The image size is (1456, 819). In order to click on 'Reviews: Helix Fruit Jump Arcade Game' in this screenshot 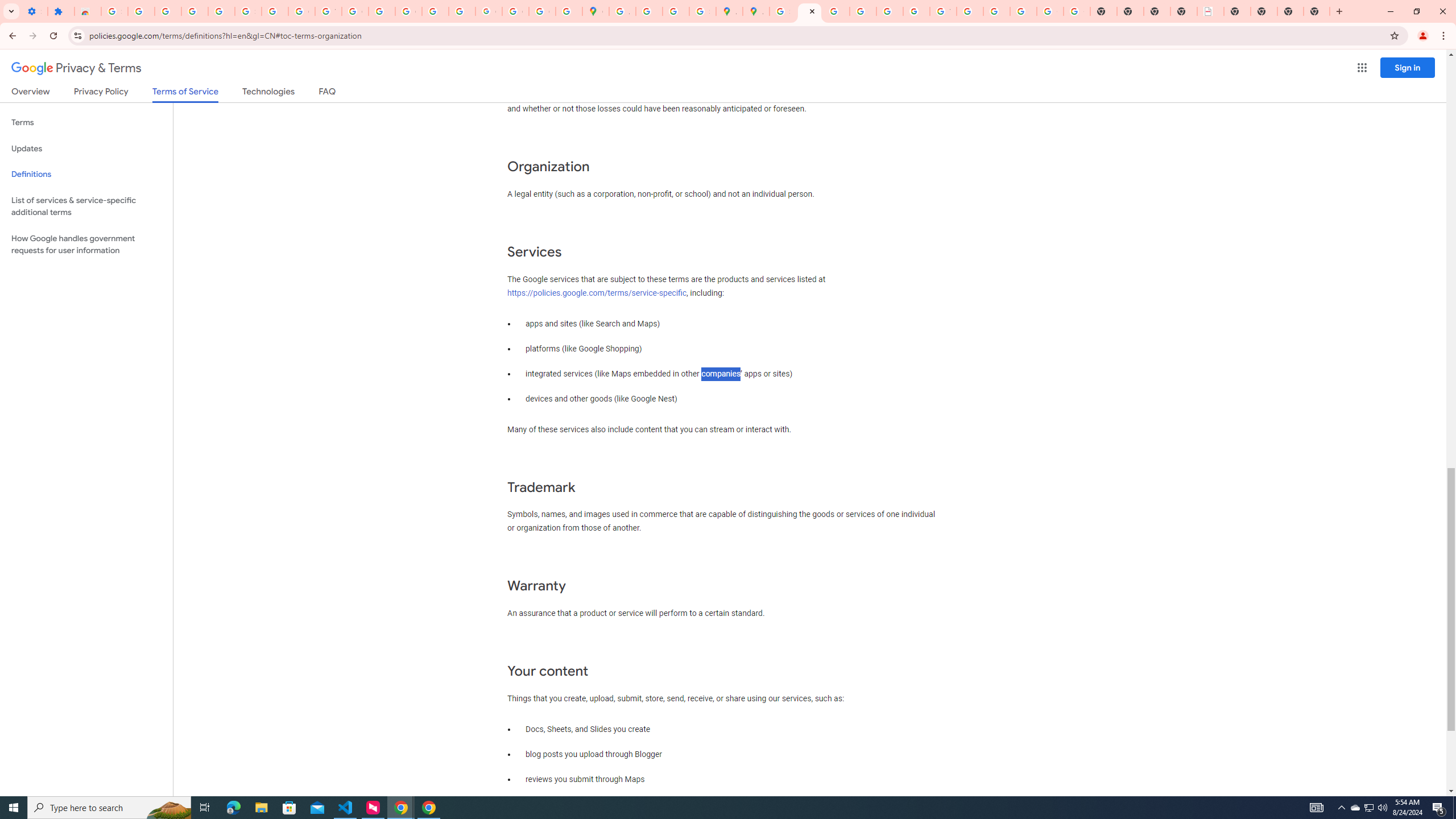, I will do `click(88, 11)`.